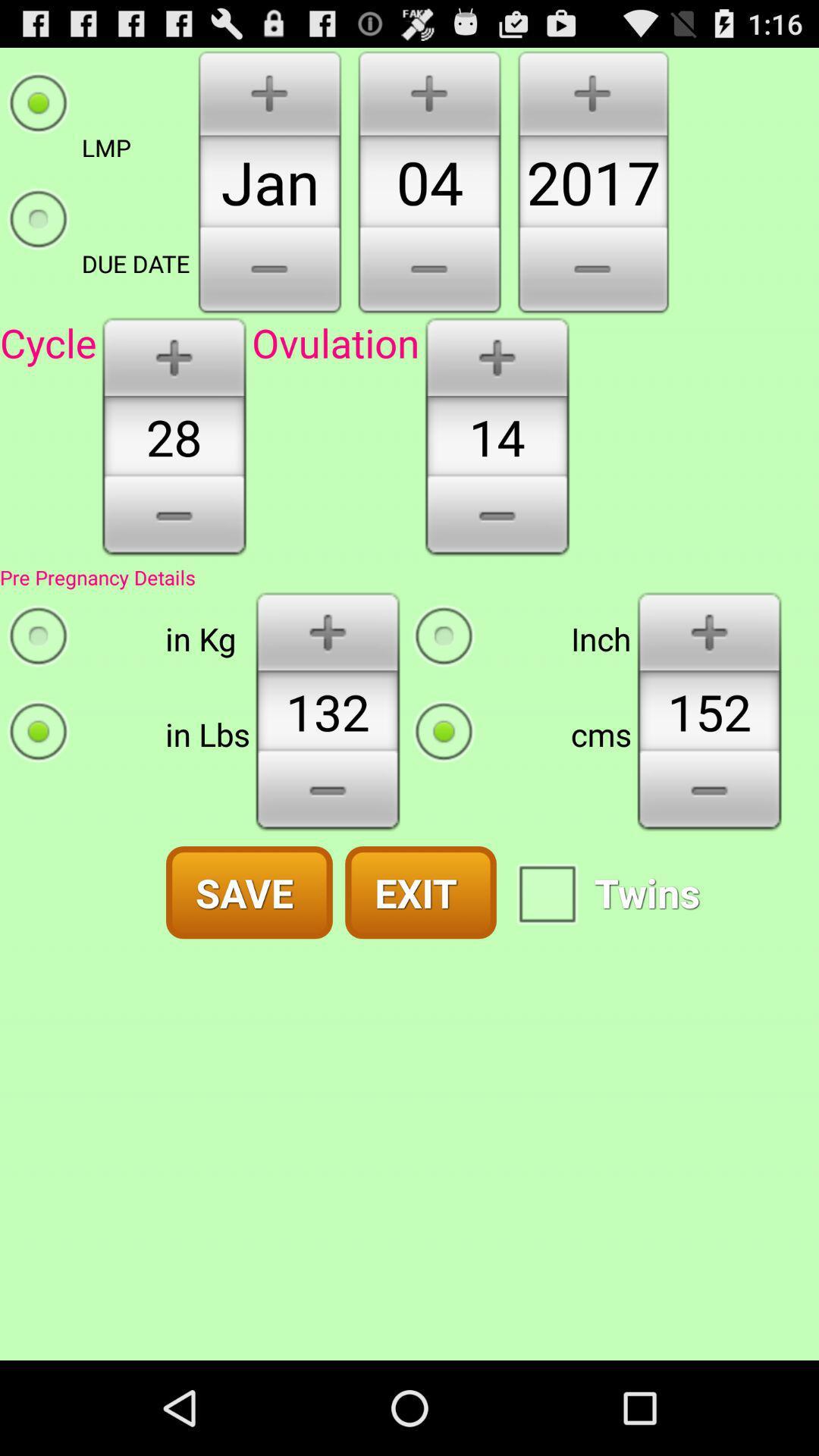  I want to click on subtract the number, so click(173, 521).